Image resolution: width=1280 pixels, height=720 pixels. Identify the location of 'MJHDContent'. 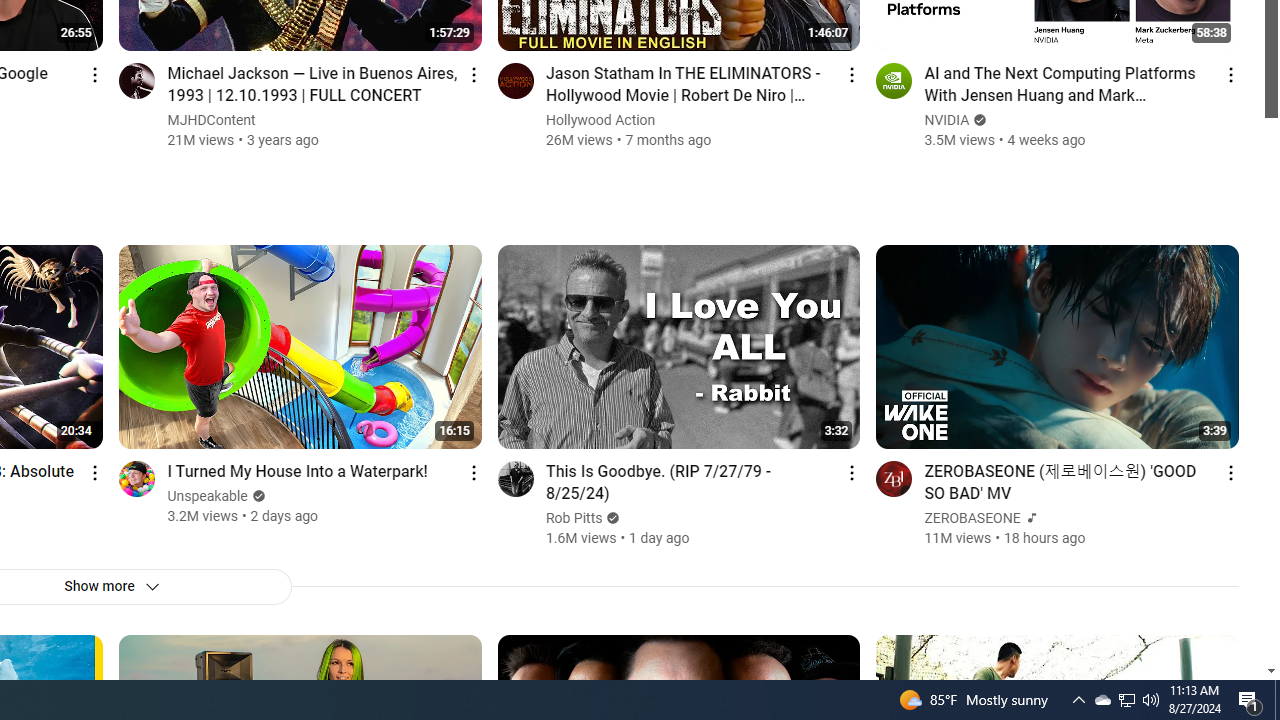
(212, 120).